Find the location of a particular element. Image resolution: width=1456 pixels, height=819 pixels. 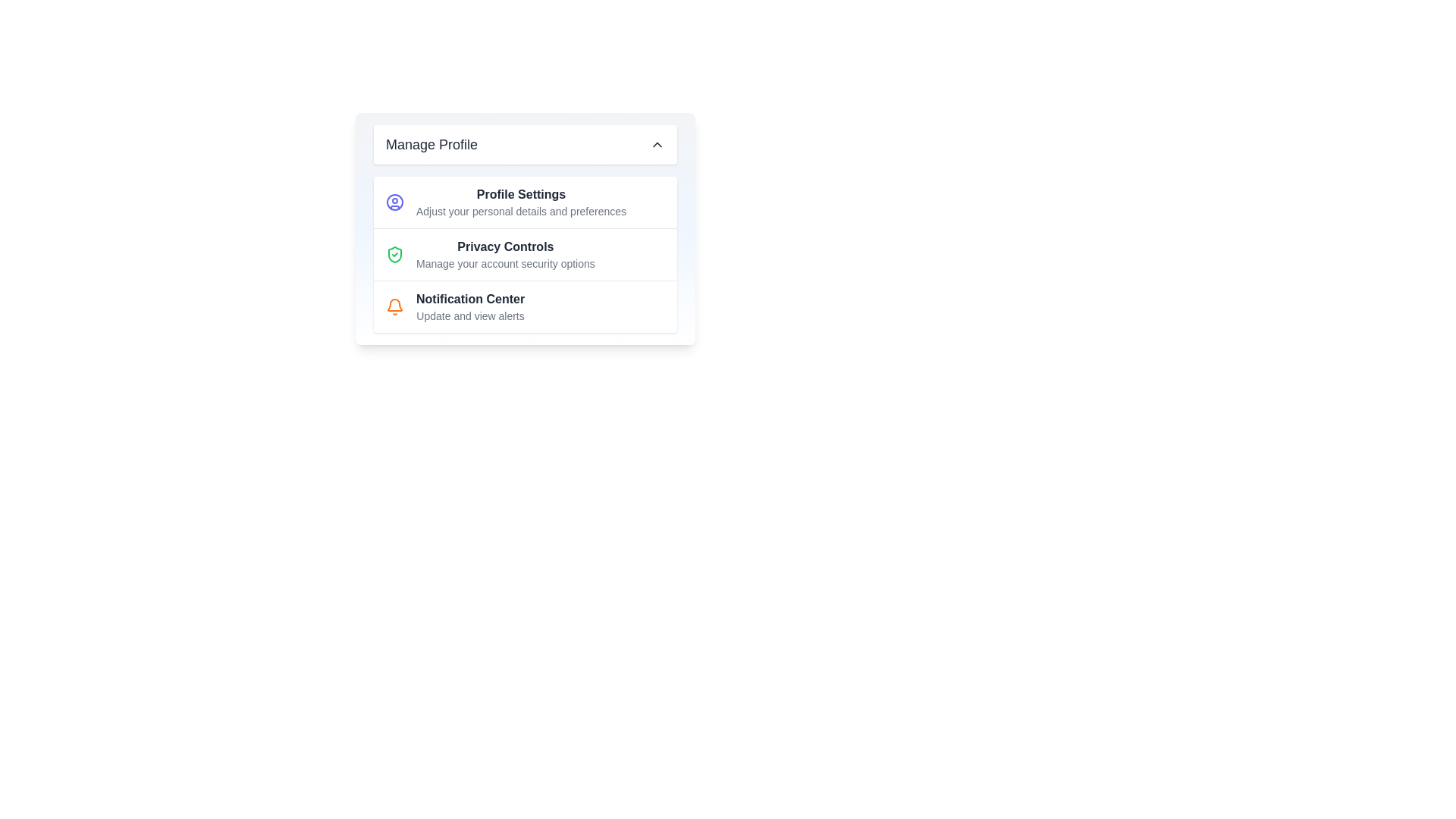

descriptive text label 'Manage your account security options' located below the 'Privacy Controls' label in the navigation panel is located at coordinates (505, 262).